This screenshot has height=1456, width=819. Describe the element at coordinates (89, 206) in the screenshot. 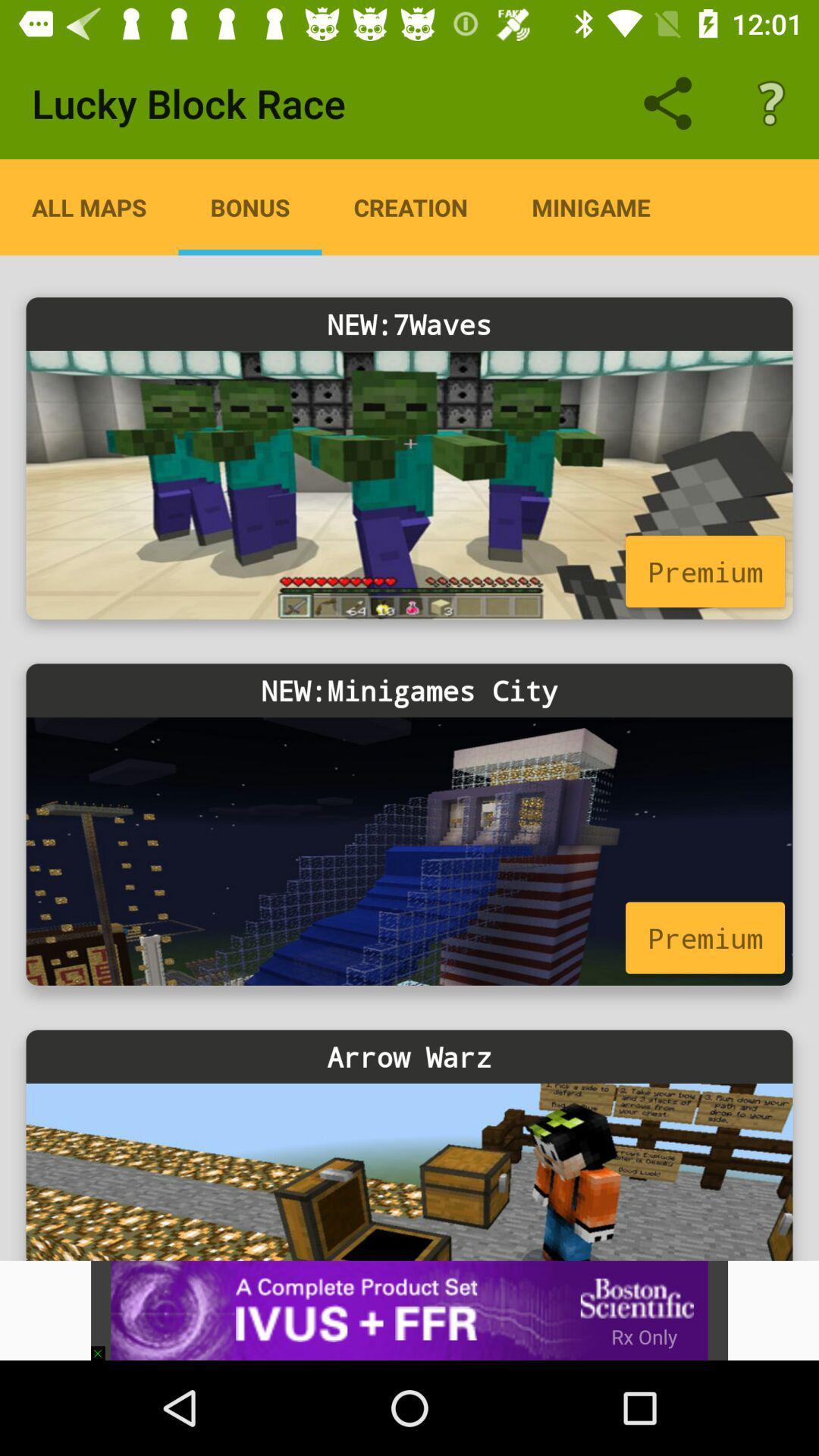

I see `the item below the lucky block race icon` at that location.